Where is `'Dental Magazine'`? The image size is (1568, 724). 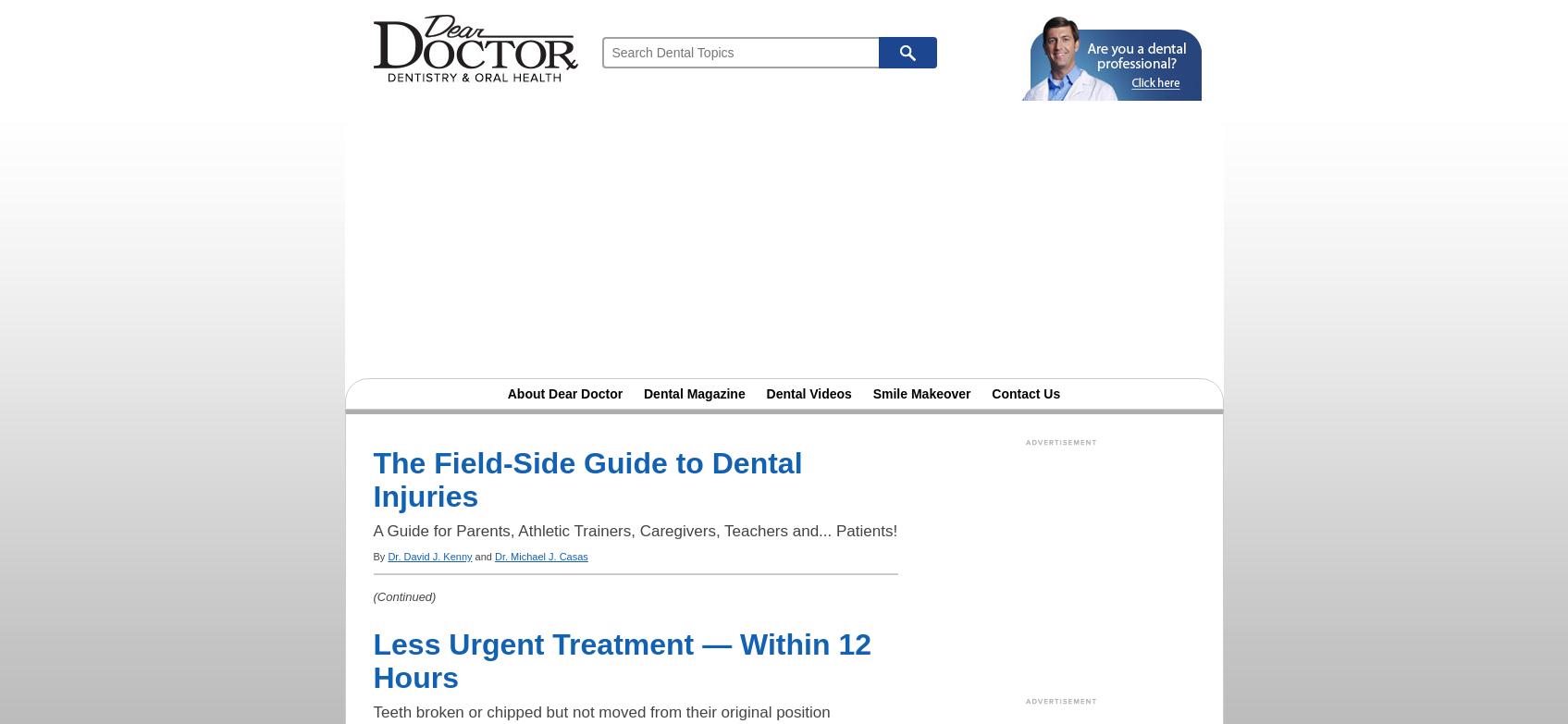
'Dental Magazine' is located at coordinates (693, 393).